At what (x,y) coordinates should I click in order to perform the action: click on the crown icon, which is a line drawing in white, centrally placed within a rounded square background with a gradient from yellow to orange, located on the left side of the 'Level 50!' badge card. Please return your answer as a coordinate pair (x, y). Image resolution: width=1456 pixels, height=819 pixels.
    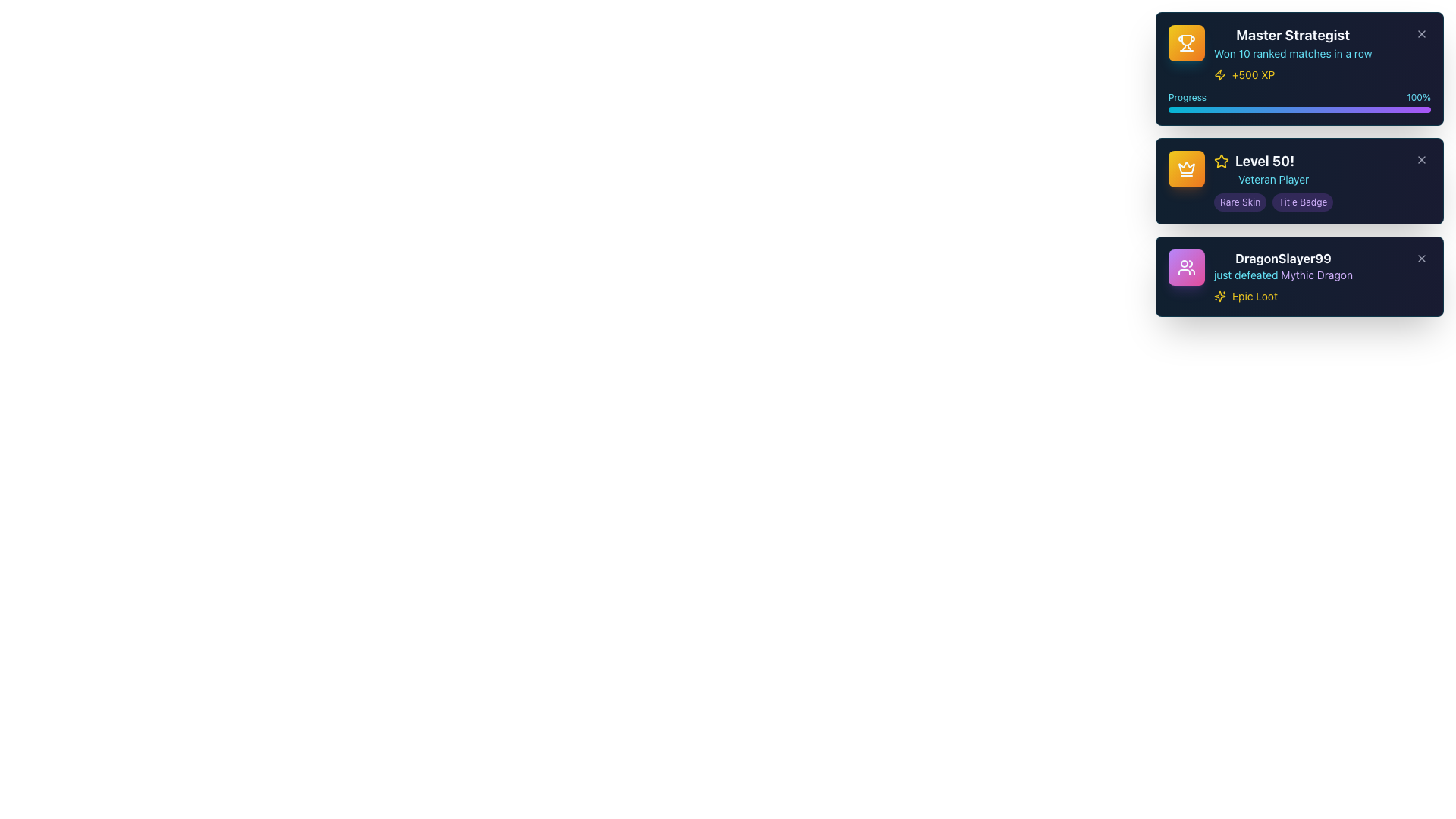
    Looking at the image, I should click on (1185, 169).